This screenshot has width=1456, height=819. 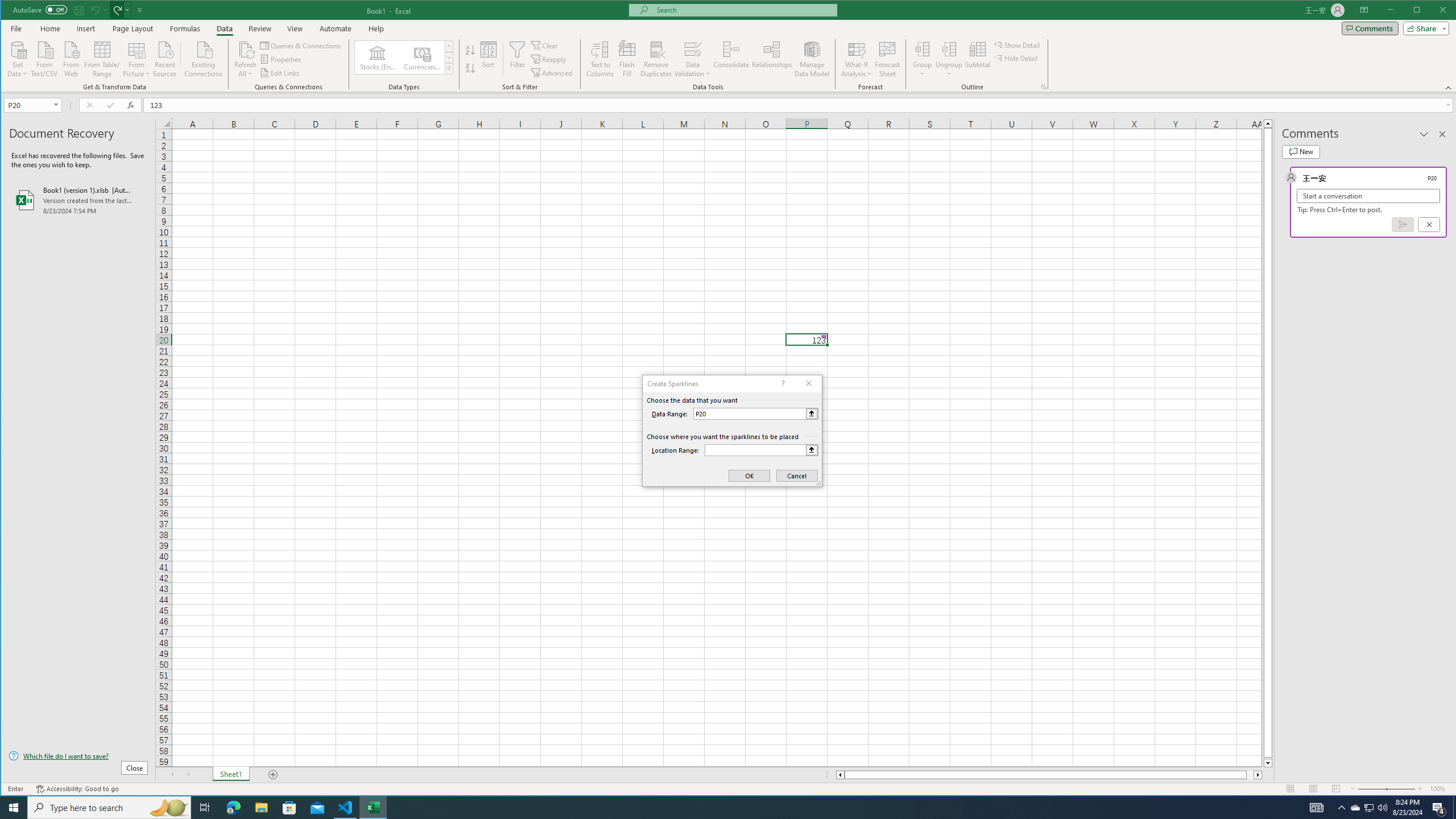 I want to click on 'What-If Analysis', so click(x=856, y=59).